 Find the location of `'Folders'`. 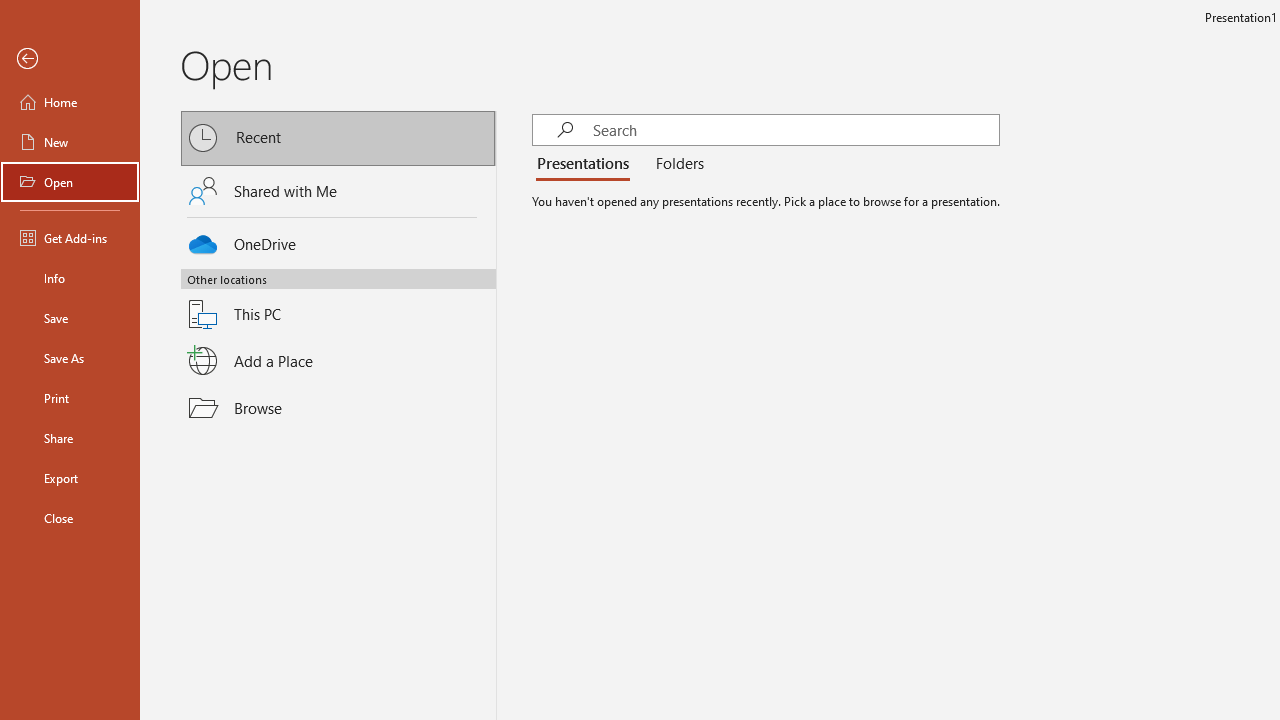

'Folders' is located at coordinates (676, 163).